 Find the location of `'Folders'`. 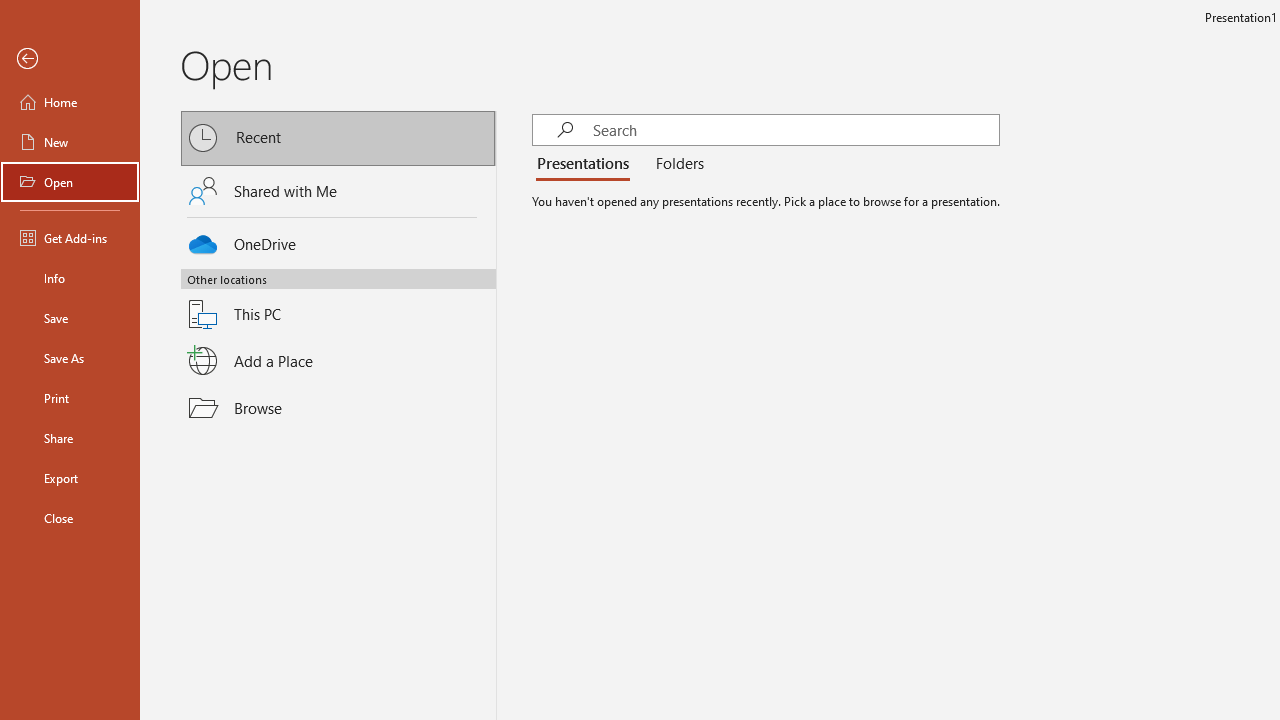

'Folders' is located at coordinates (676, 163).